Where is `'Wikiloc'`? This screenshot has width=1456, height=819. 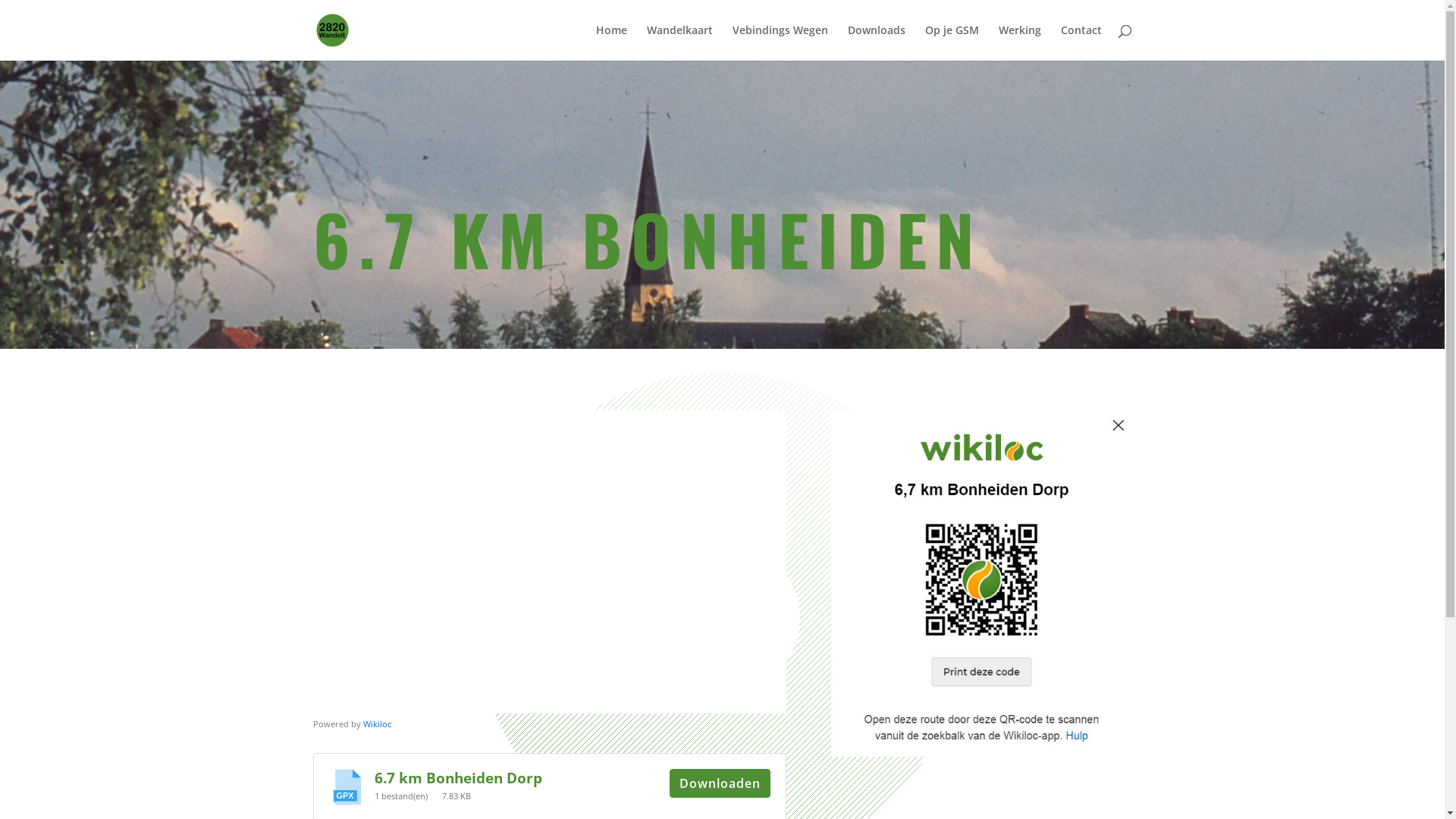 'Wikiloc' is located at coordinates (376, 723).